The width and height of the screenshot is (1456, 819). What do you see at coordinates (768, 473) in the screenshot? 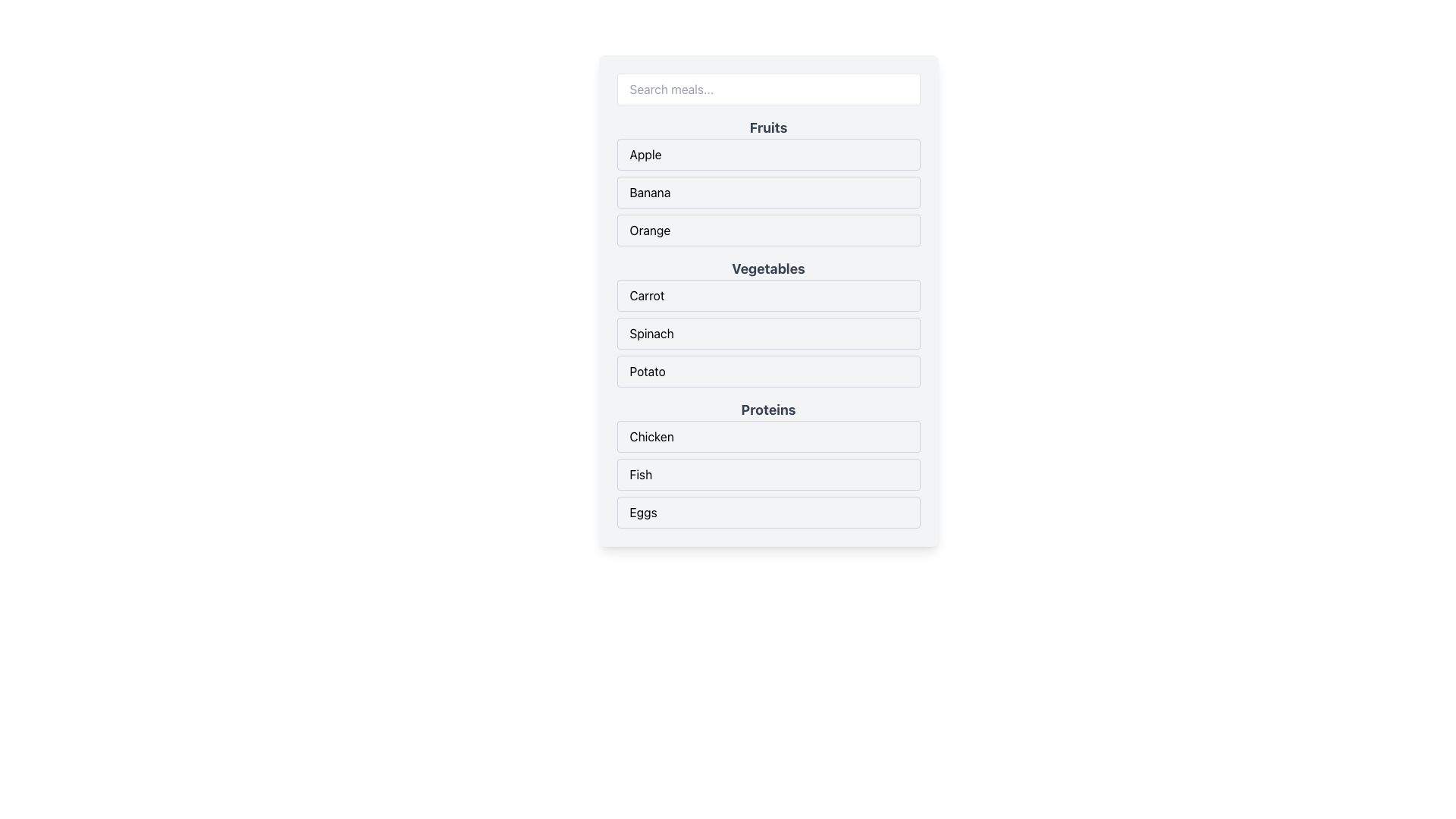
I see `to select the second item in the 'Proteins' section of the selectable list, which is located directly below 'Chicken' and above 'Eggs'` at bounding box center [768, 473].